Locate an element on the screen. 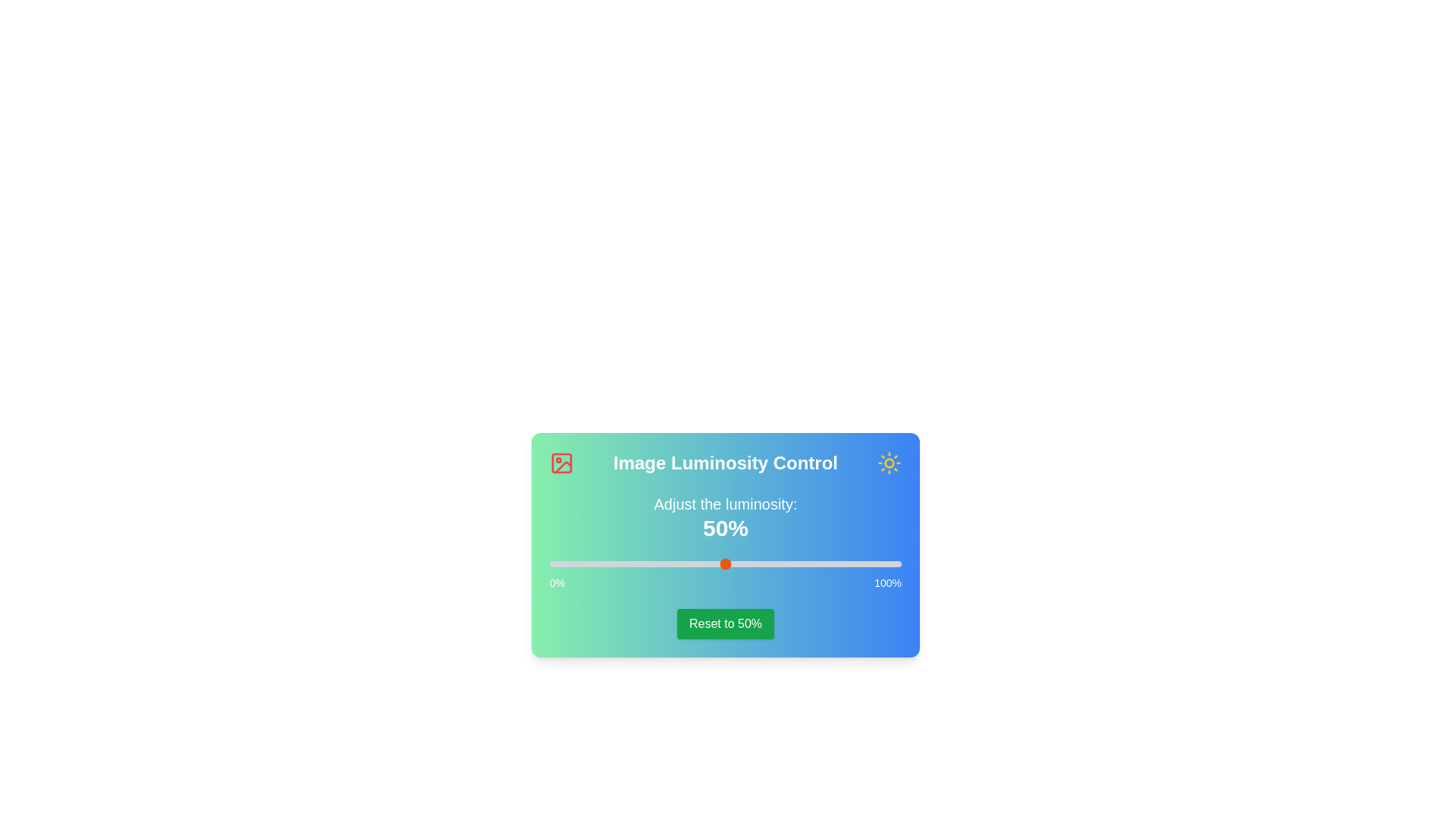 The height and width of the screenshot is (819, 1456). the luminosity slider to 43% is located at coordinates (700, 564).